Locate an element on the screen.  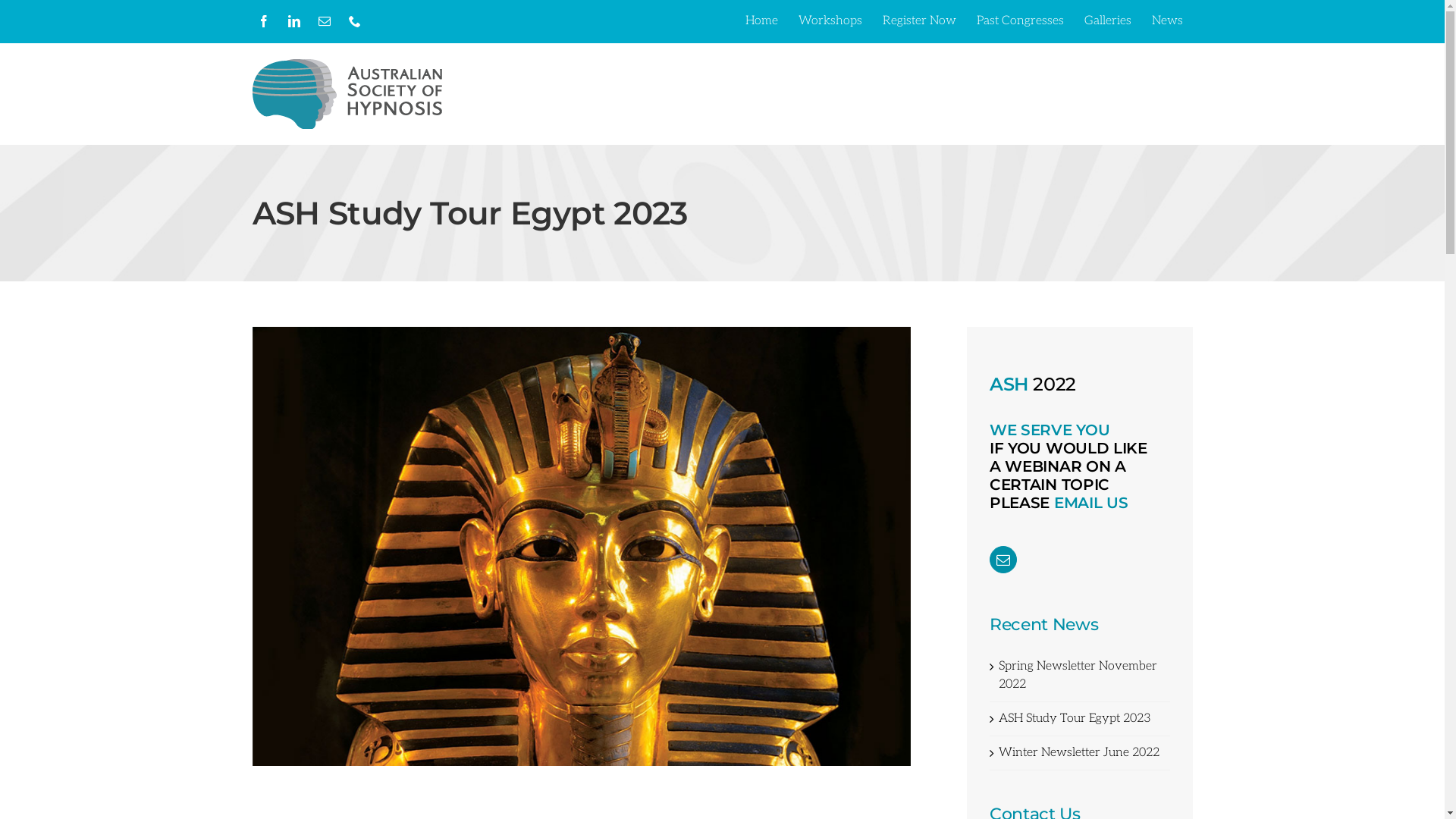
'Home' is located at coordinates (735, 20).